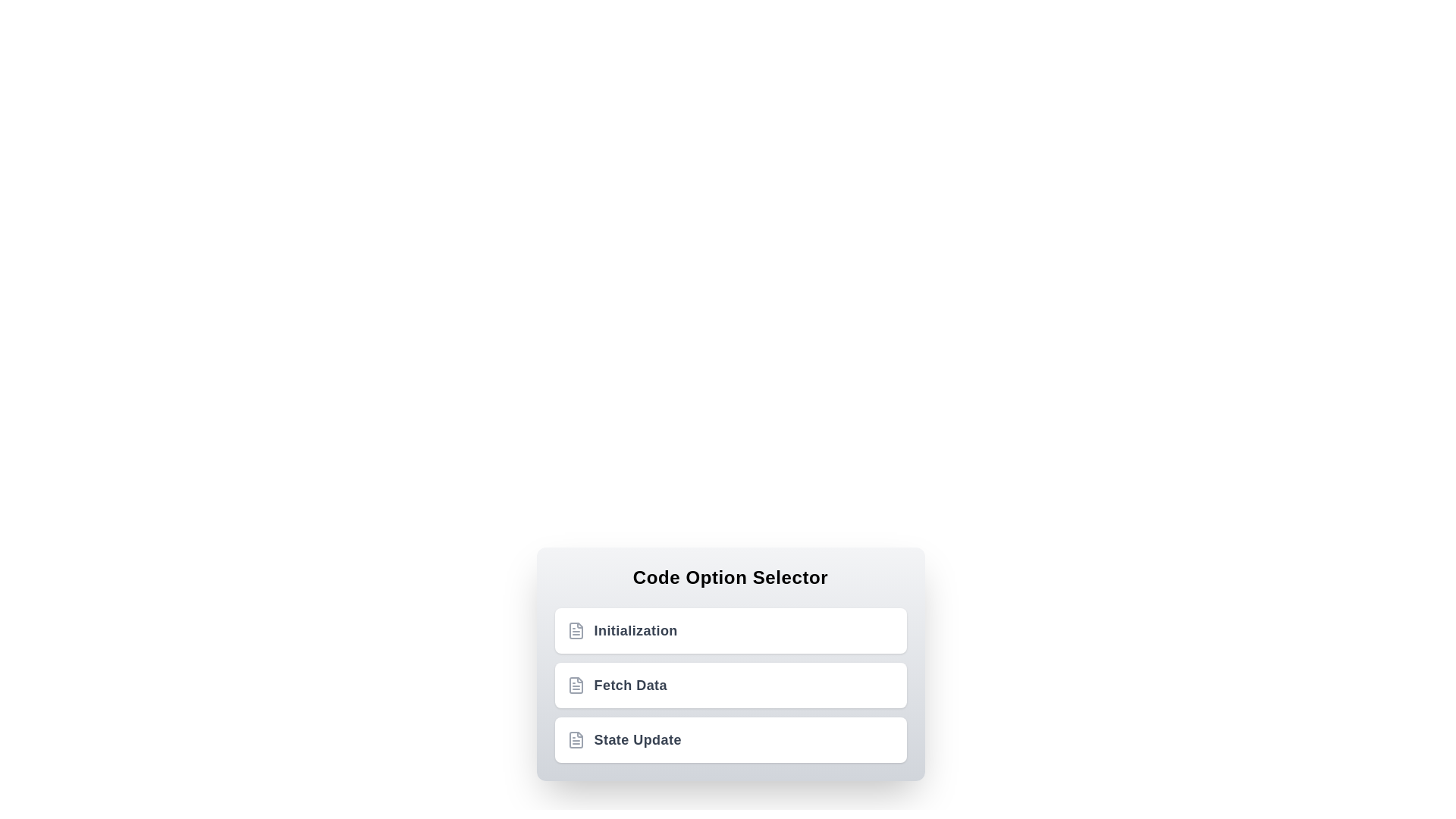  Describe the element at coordinates (575, 631) in the screenshot. I see `the icon associated with the 'Initialization' option in the 'Code Option Selector' list, positioned to the left of the 'Initialization' text` at that location.